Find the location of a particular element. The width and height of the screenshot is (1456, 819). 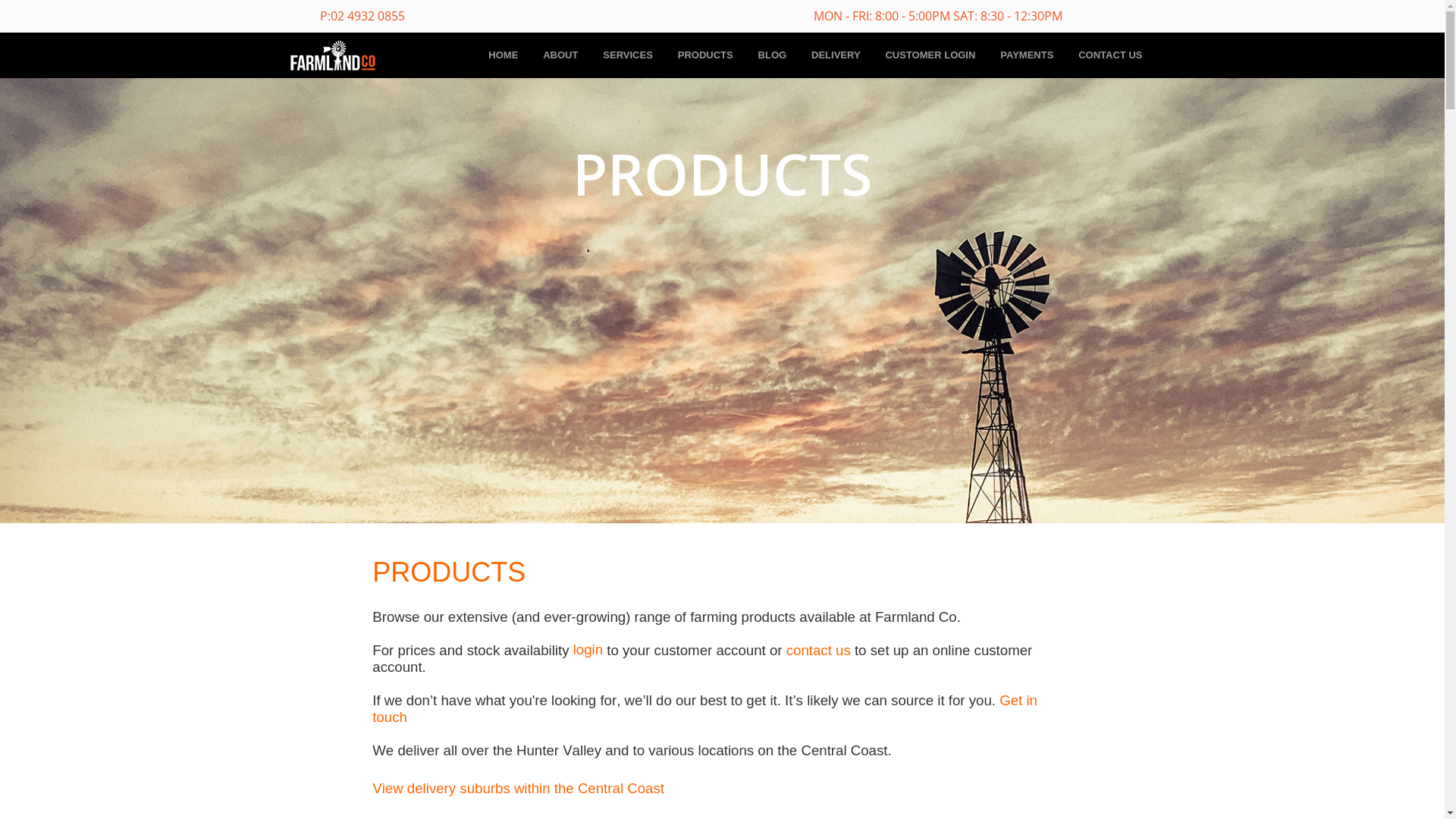

'P:02 4932 0855' is located at coordinates (362, 17).